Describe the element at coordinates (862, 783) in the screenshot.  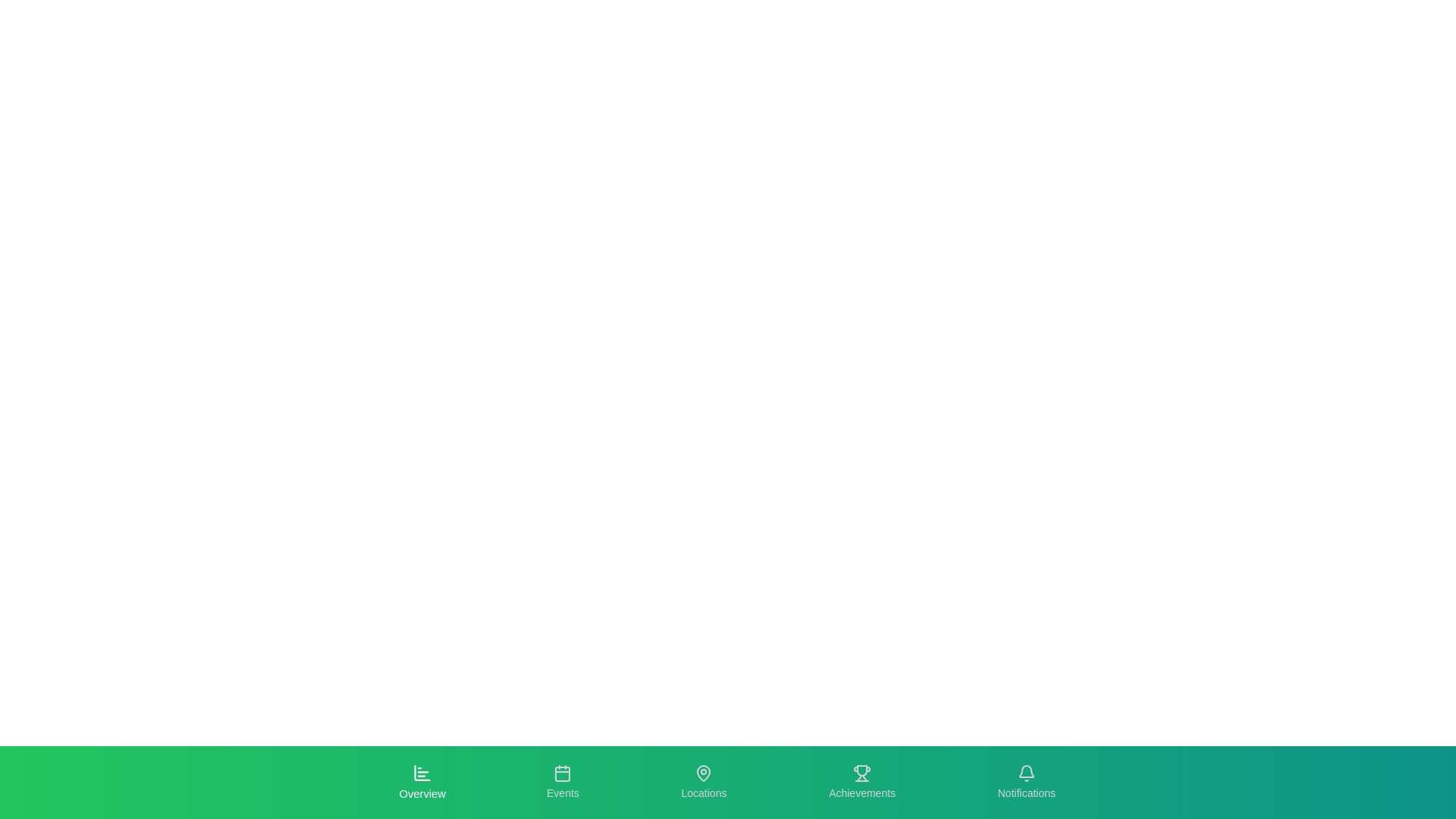
I see `the tab labeled Achievements to see its hover effect` at that location.